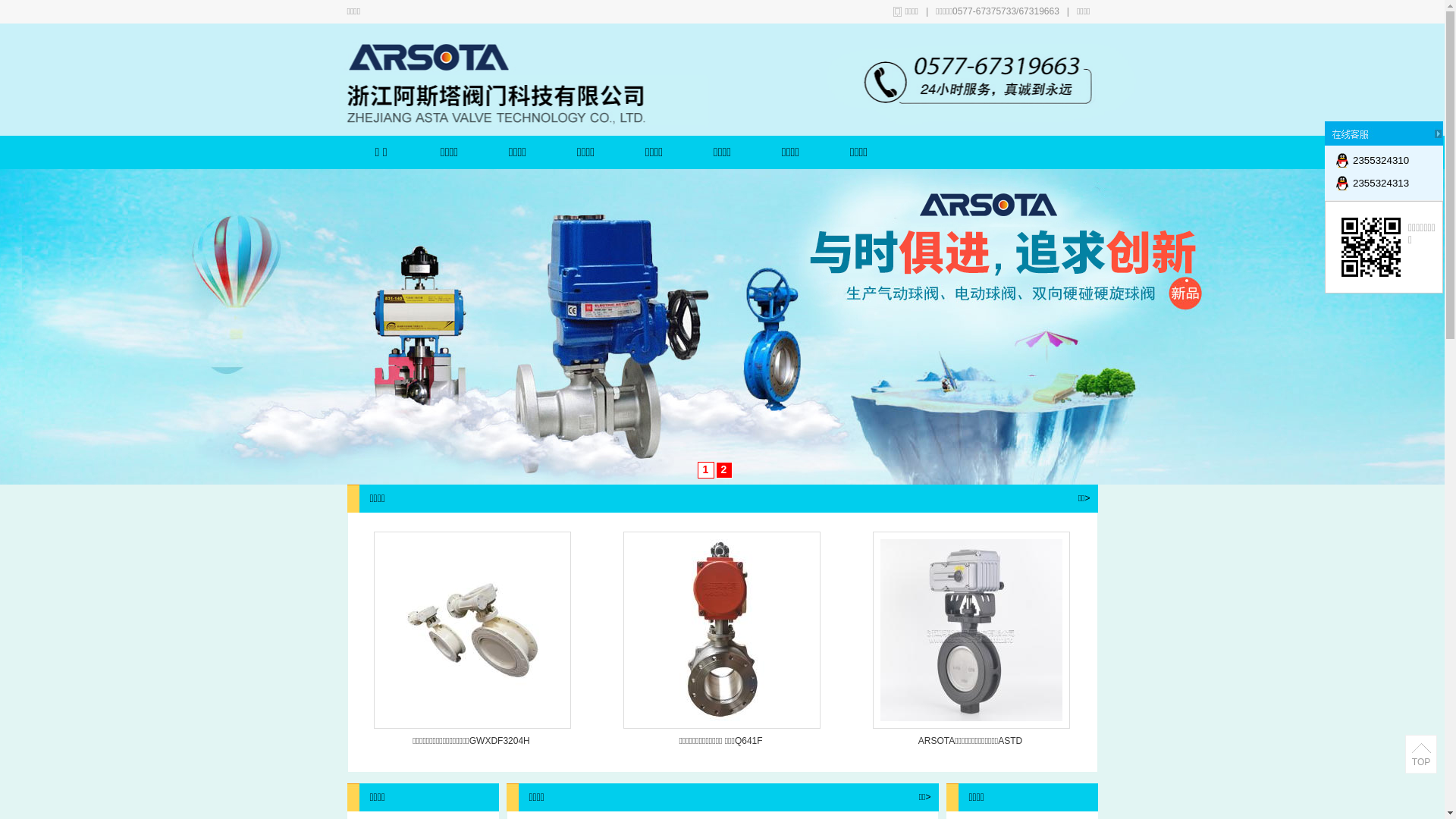 This screenshot has height=819, width=1456. I want to click on 'TOP', so click(1420, 762).